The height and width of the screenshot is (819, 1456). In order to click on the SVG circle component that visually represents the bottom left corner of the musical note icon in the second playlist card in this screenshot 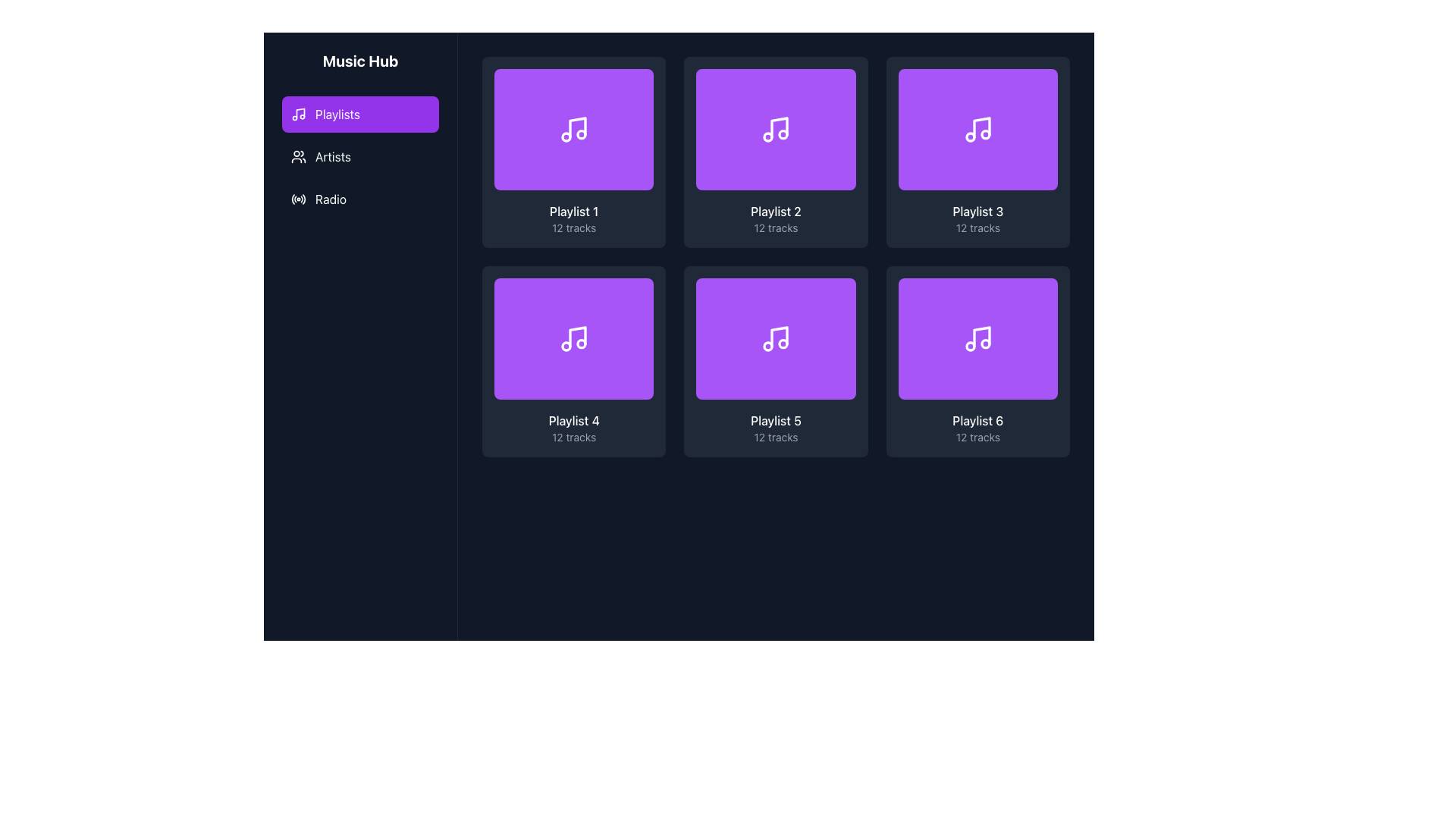, I will do `click(768, 137)`.